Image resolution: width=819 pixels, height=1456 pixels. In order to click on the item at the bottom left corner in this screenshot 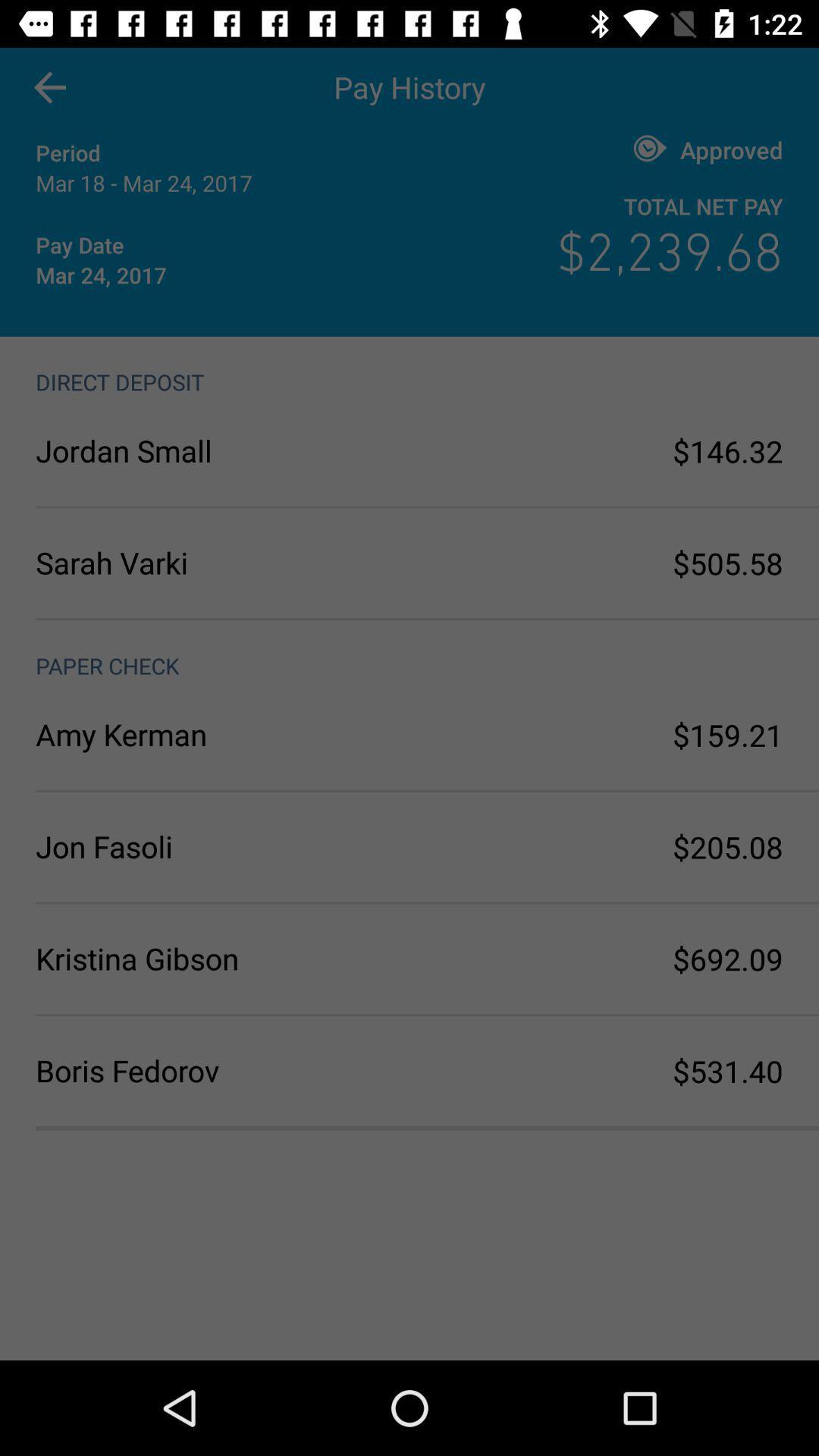, I will do `click(222, 1069)`.